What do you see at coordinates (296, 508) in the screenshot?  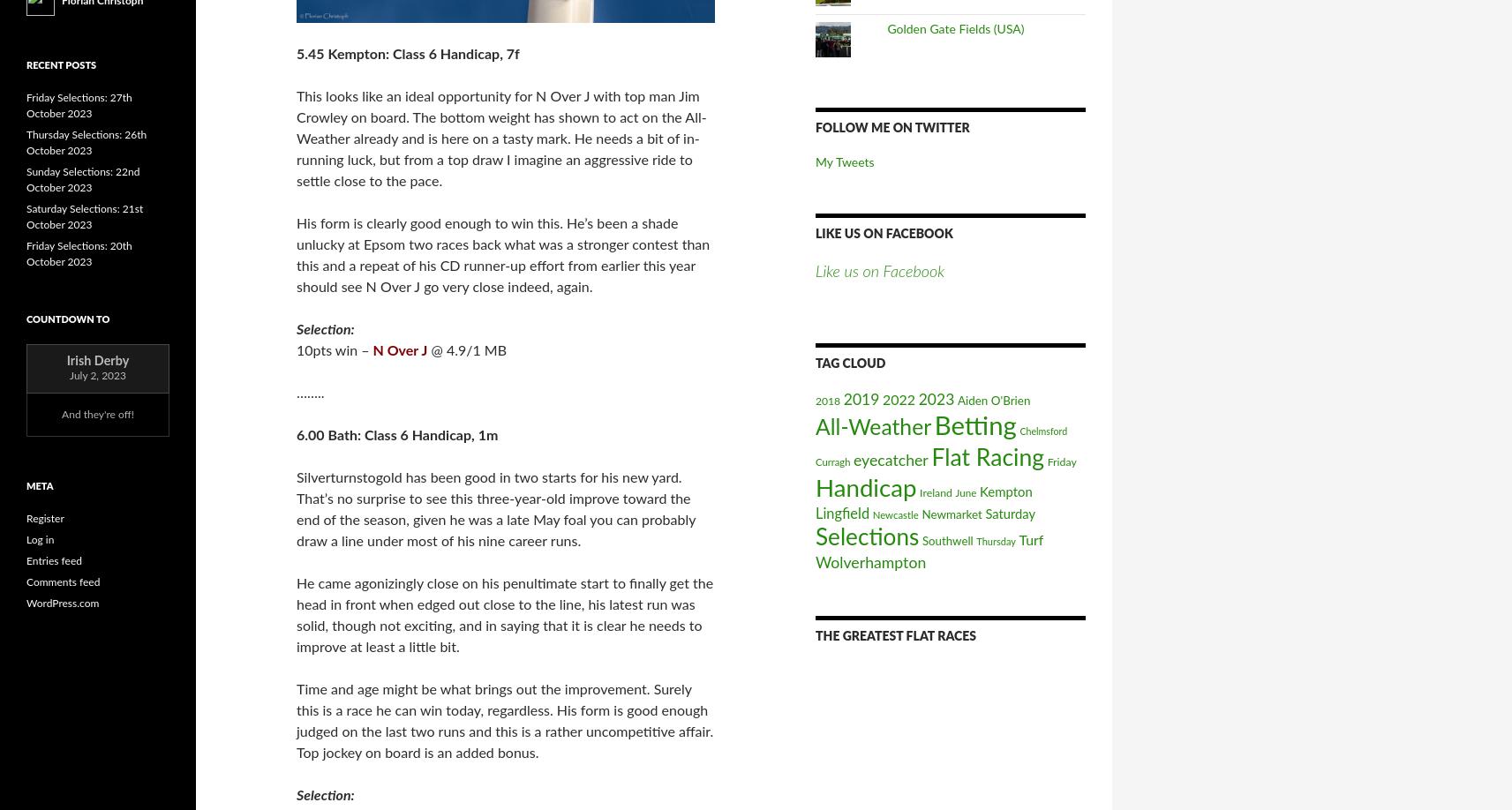 I see `'Silverturnstogold has been good in two starts for his new yard. That’s no surprise to see this three-year-old improve toward the end of the season, given he was a late May foal you can probably draw a line under most of his nine career runs.'` at bounding box center [296, 508].